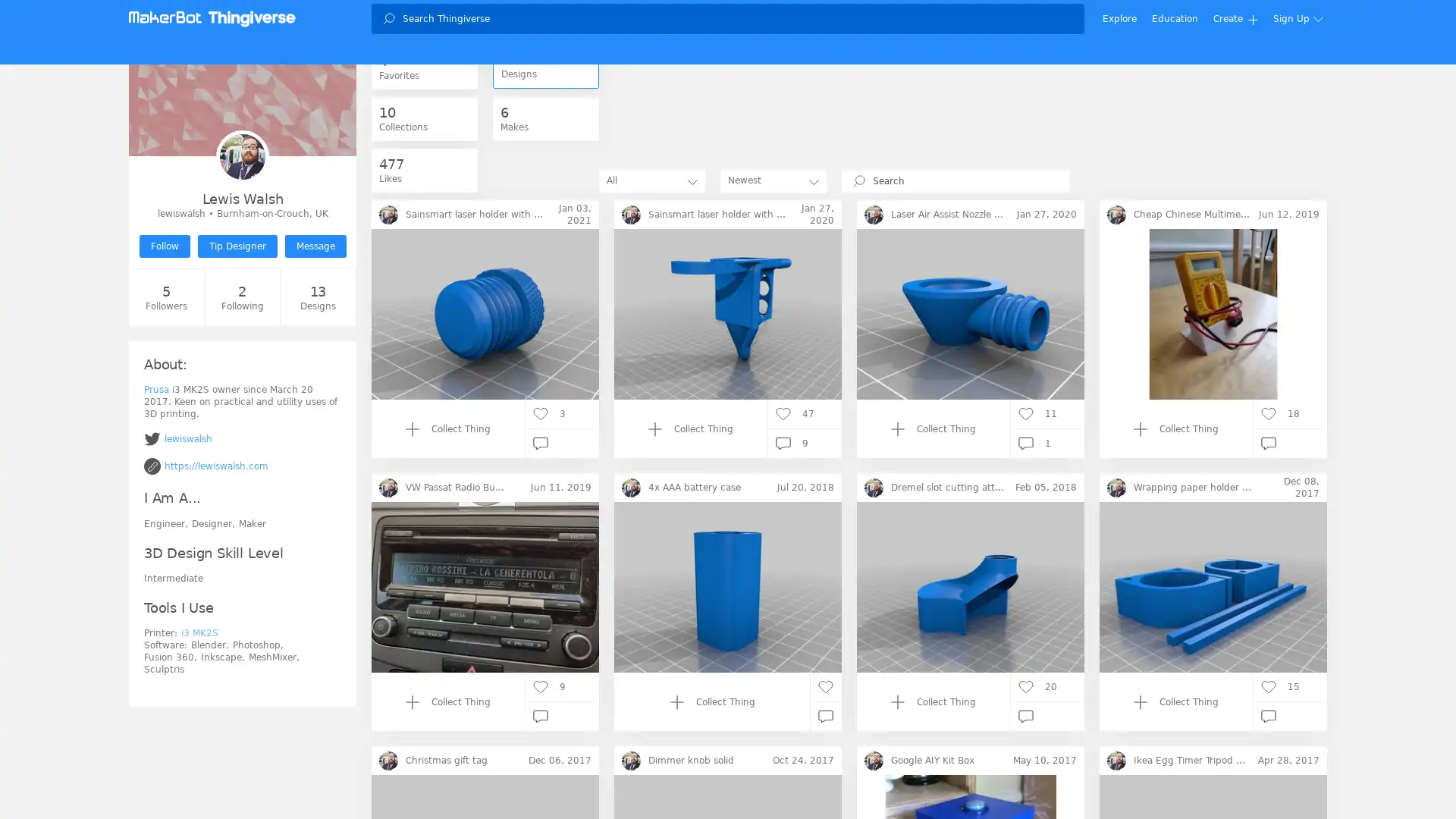 Image resolution: width=1456 pixels, height=819 pixels. What do you see at coordinates (651, 180) in the screenshot?
I see `All` at bounding box center [651, 180].